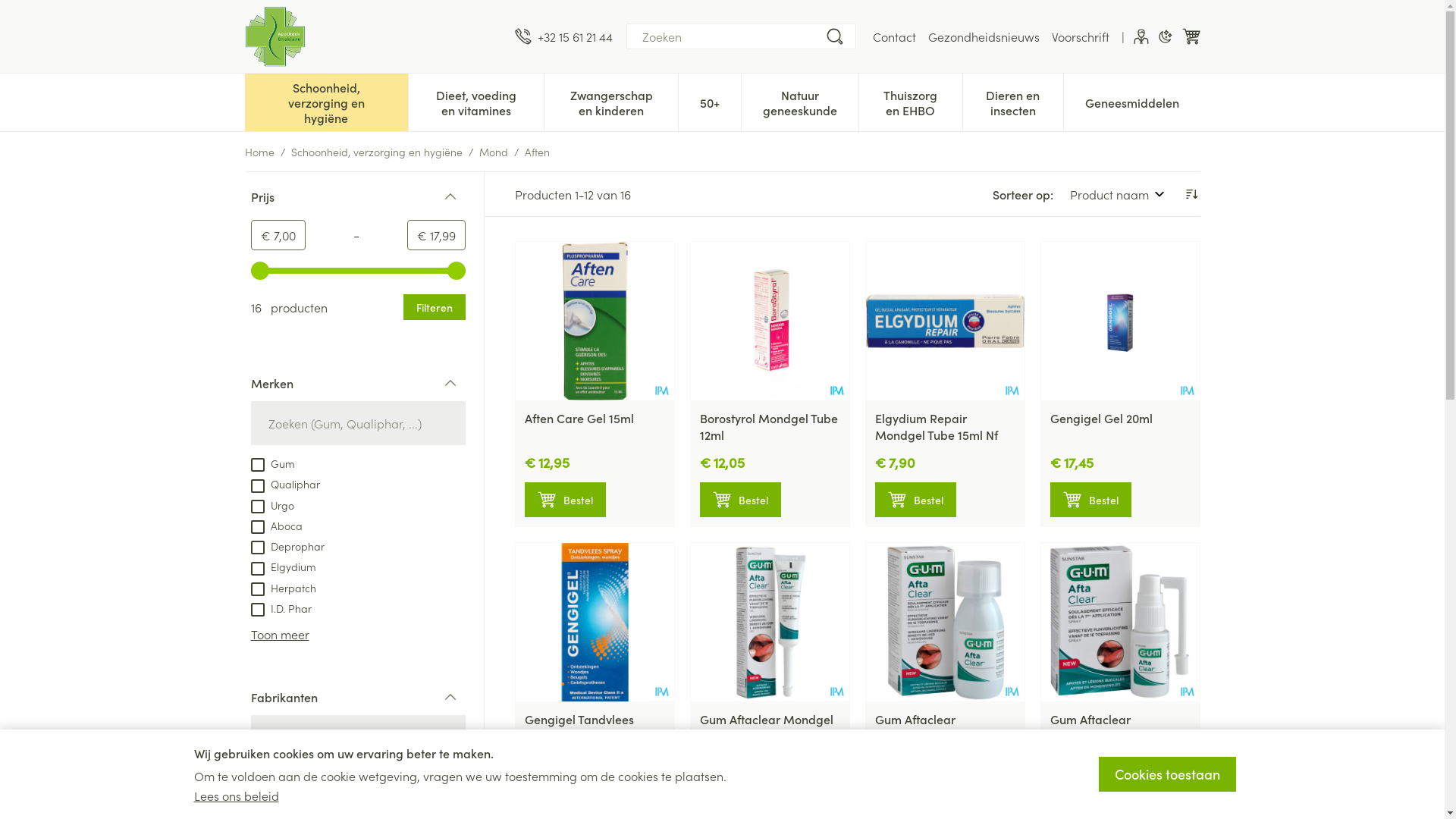 The height and width of the screenshot is (819, 1456). Describe the element at coordinates (709, 100) in the screenshot. I see `'50+'` at that location.